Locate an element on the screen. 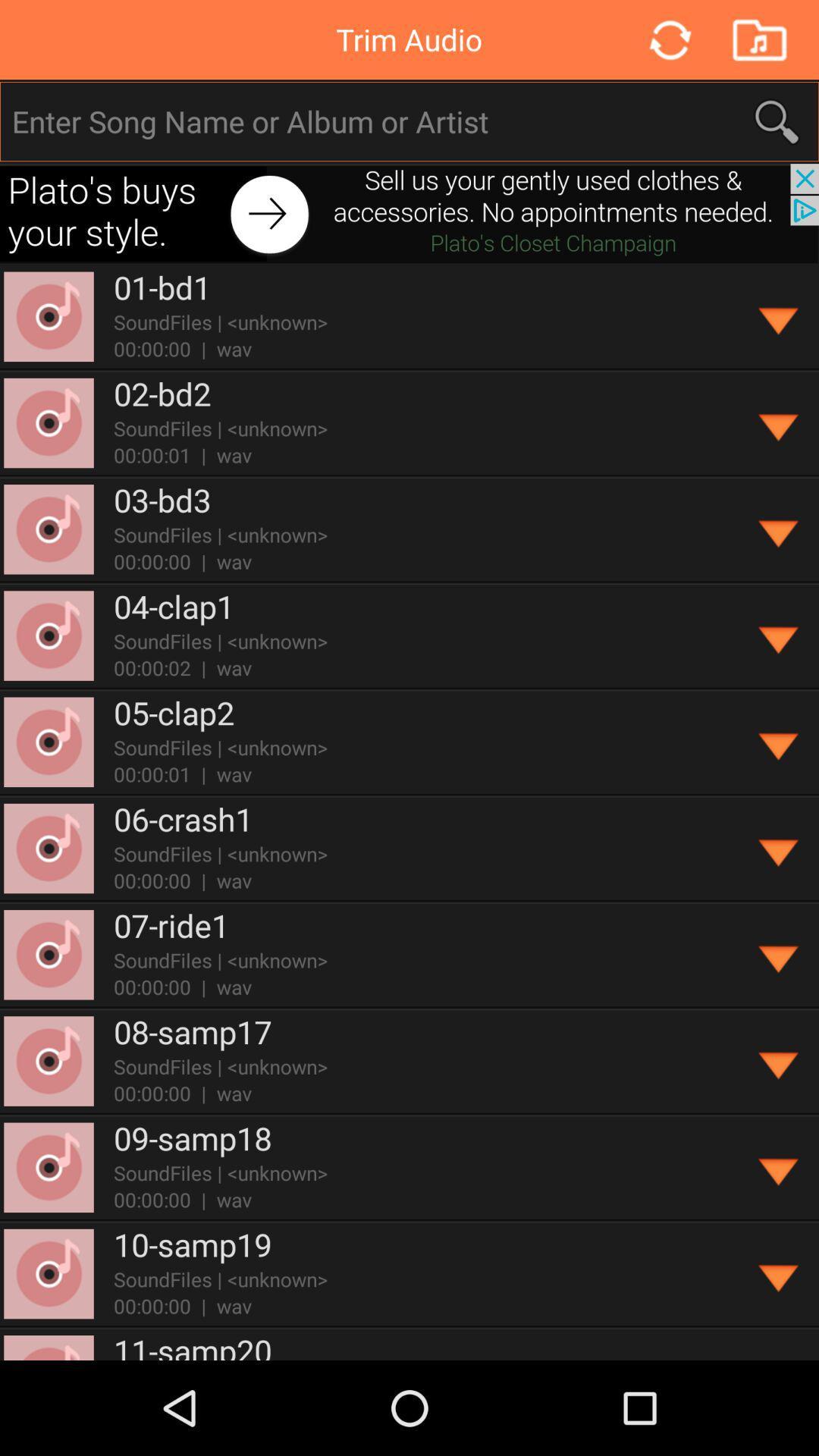  show file information is located at coordinates (779, 1060).